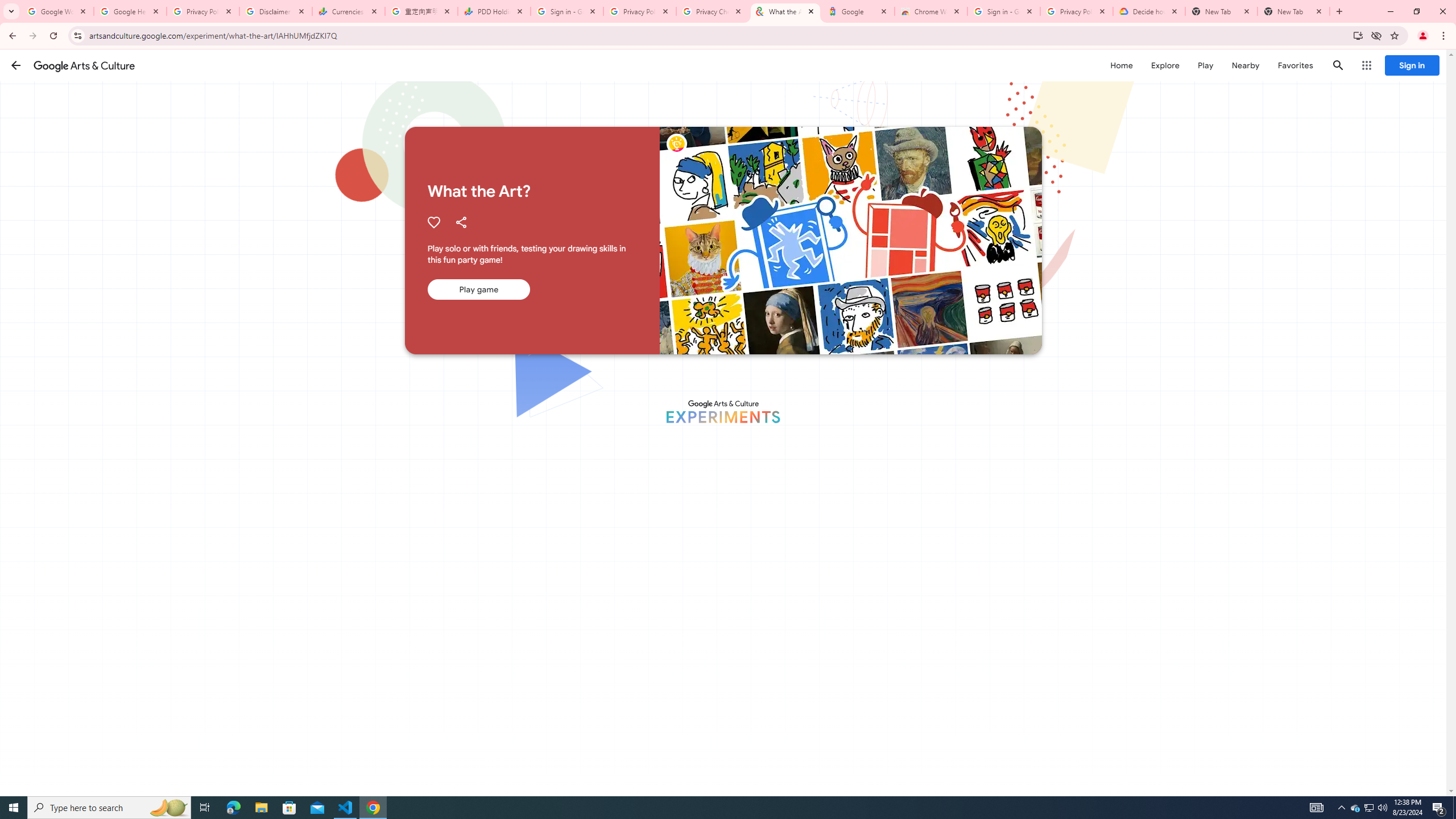  What do you see at coordinates (1205, 65) in the screenshot?
I see `'Play'` at bounding box center [1205, 65].